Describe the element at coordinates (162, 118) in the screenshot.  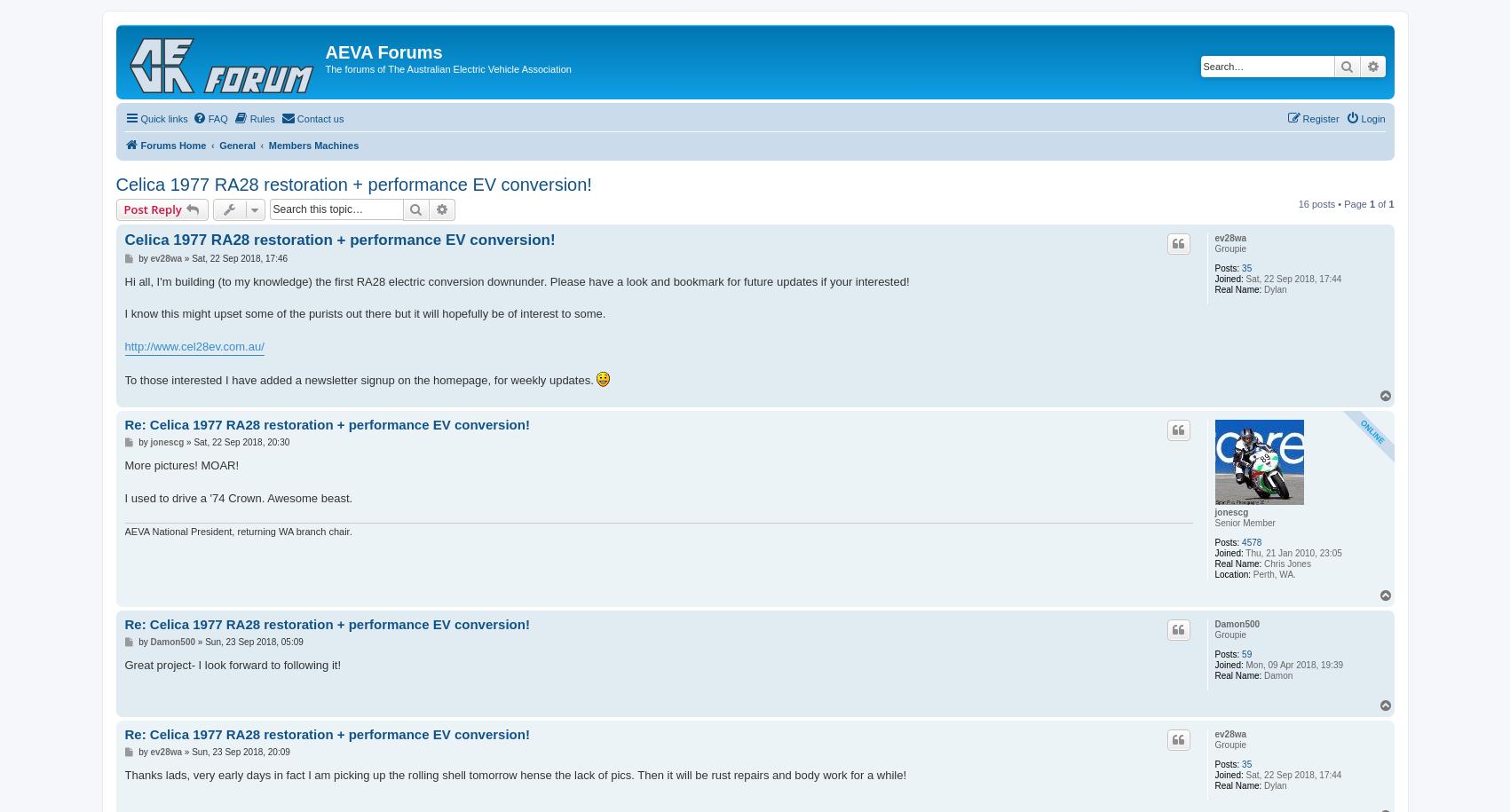
I see `'Quick links'` at that location.